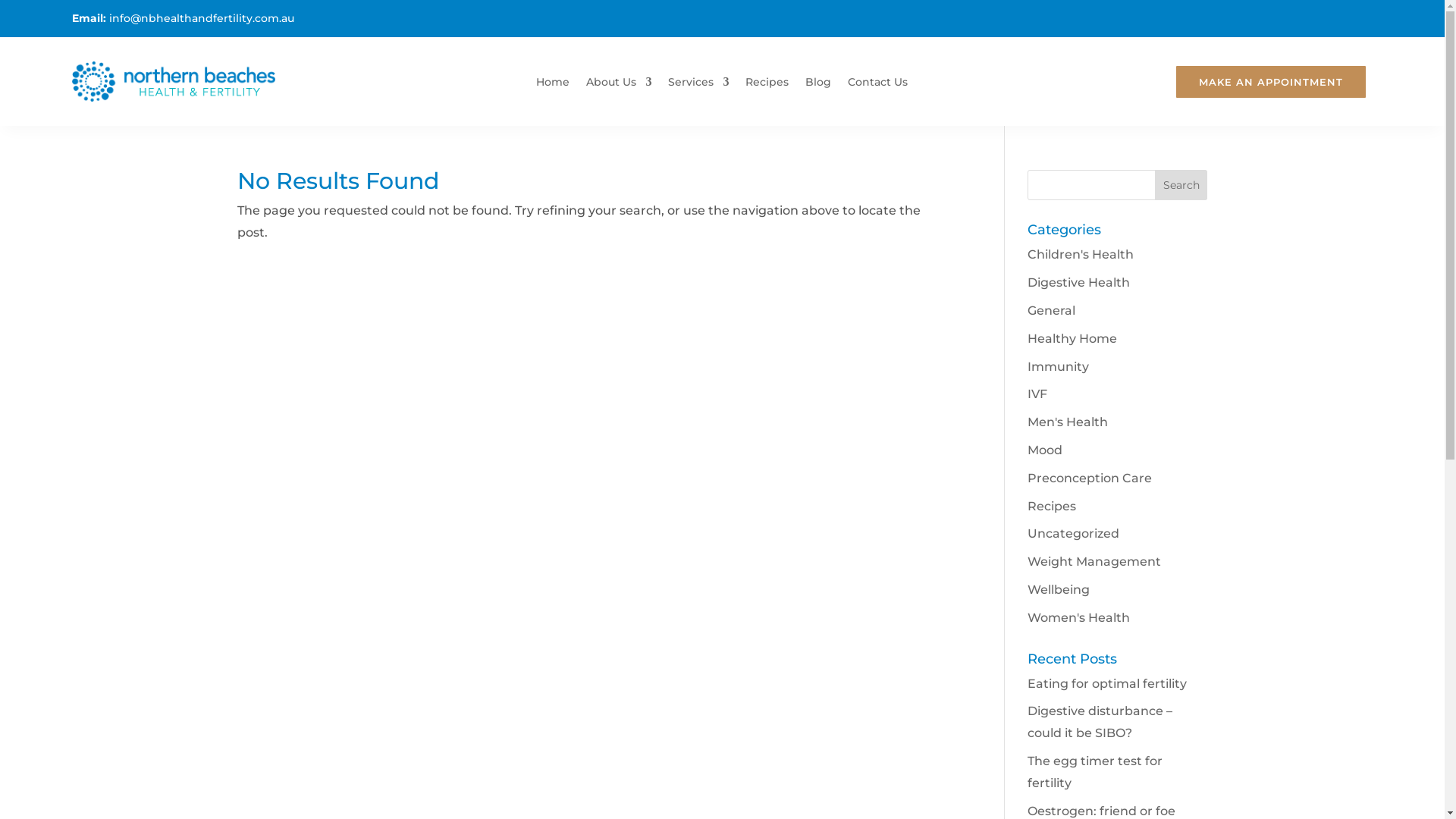  I want to click on 'Contact Us', so click(877, 84).